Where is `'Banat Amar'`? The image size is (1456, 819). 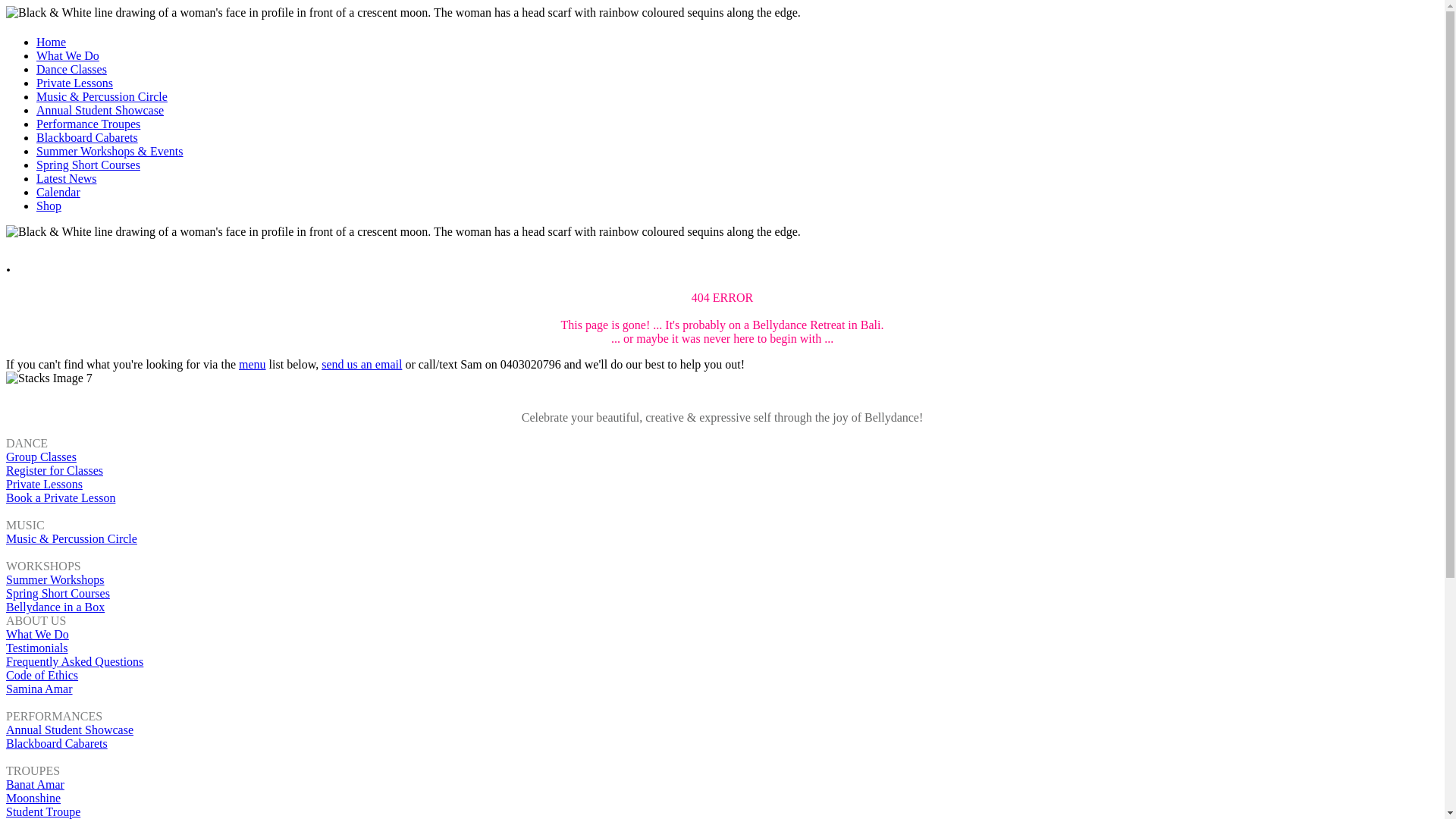 'Banat Amar' is located at coordinates (35, 784).